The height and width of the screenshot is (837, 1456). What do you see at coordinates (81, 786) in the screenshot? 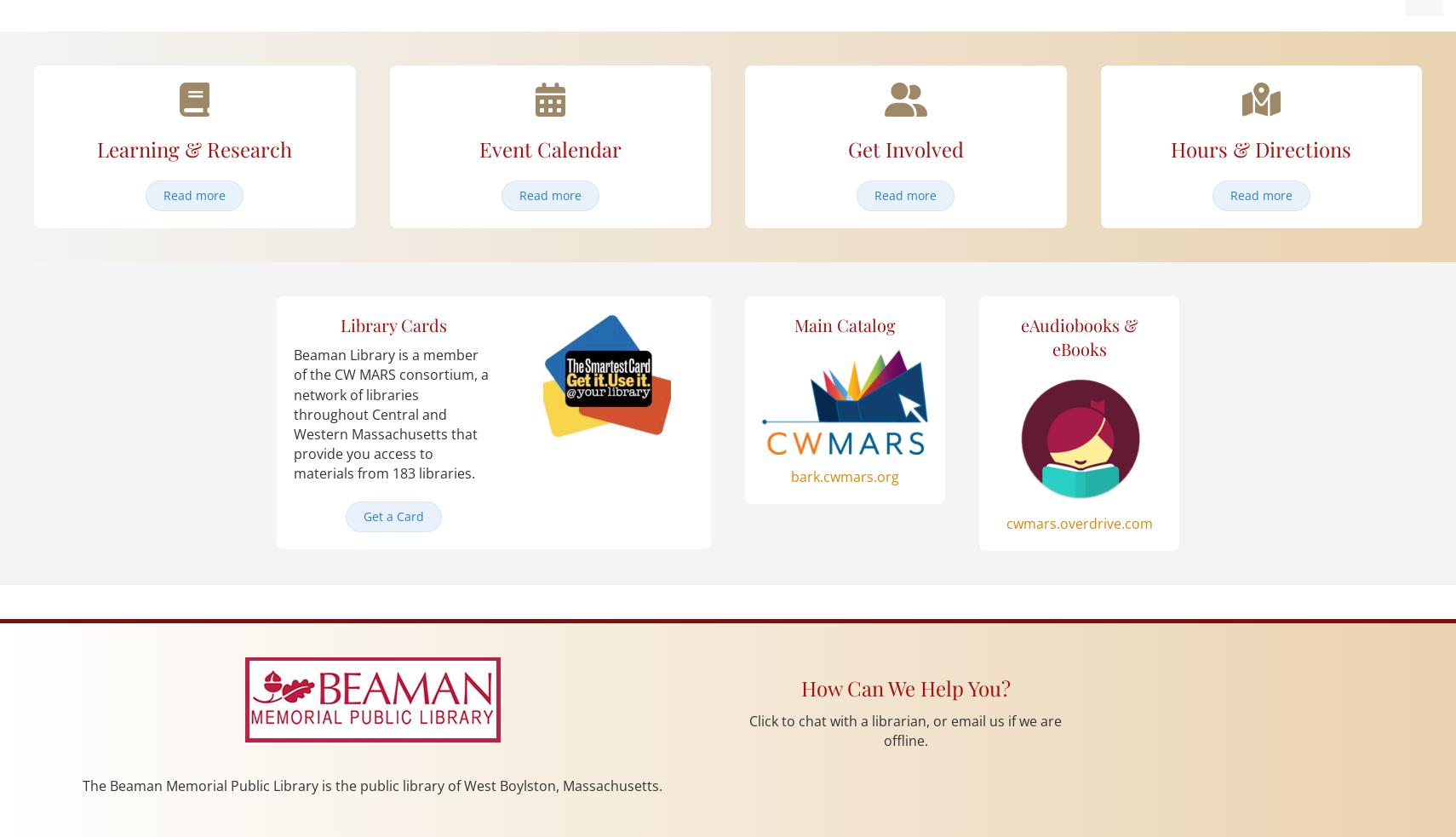
I see `'The Beaman Memorial Public Library is the public library of West Boylston, Massachusetts.'` at bounding box center [81, 786].